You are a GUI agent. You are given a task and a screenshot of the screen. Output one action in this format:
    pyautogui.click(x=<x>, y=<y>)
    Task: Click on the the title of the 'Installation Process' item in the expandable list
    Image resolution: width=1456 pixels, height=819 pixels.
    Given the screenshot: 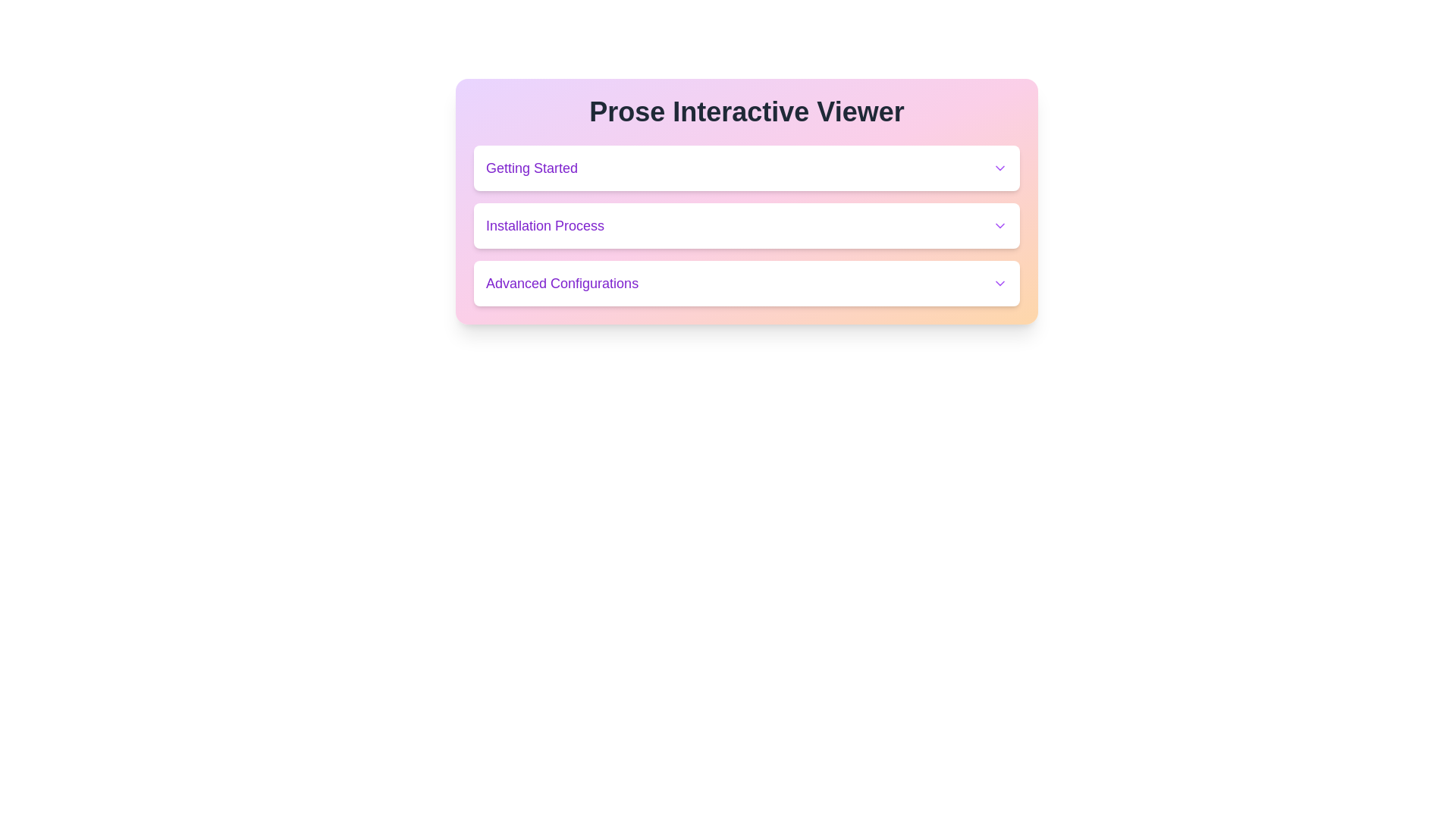 What is the action you would take?
    pyautogui.click(x=746, y=225)
    